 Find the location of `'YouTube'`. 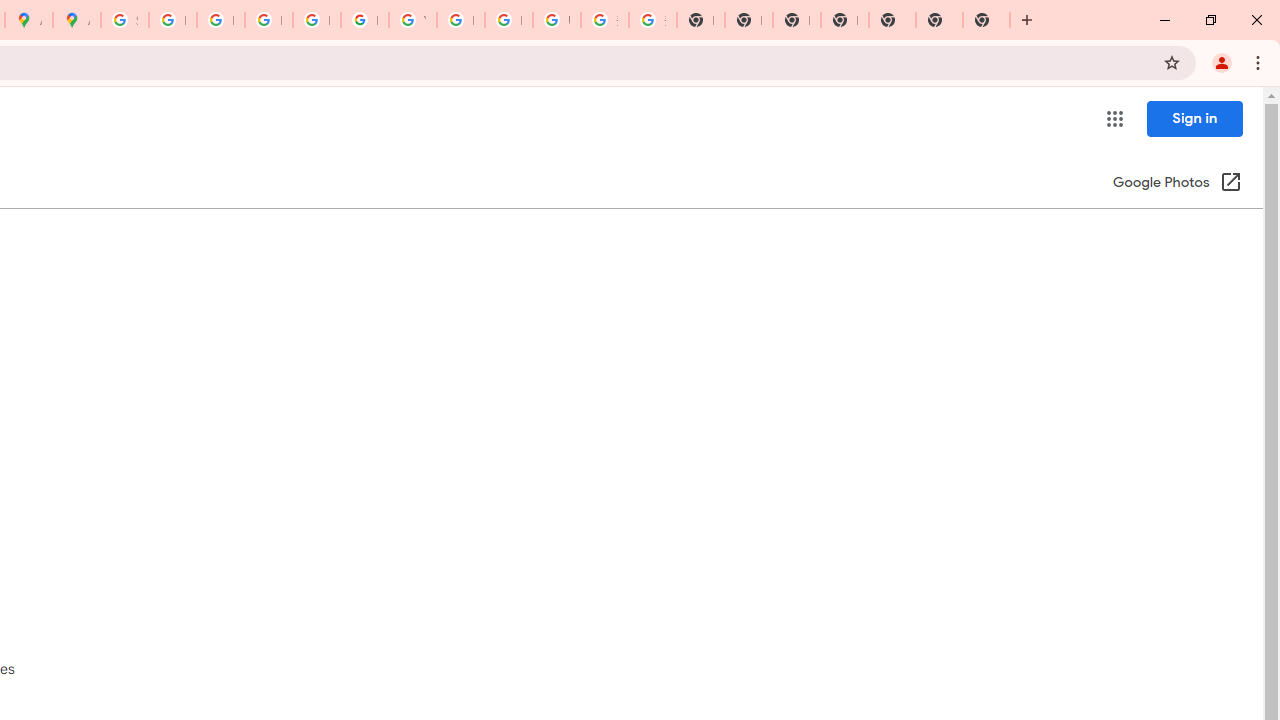

'YouTube' is located at coordinates (411, 20).